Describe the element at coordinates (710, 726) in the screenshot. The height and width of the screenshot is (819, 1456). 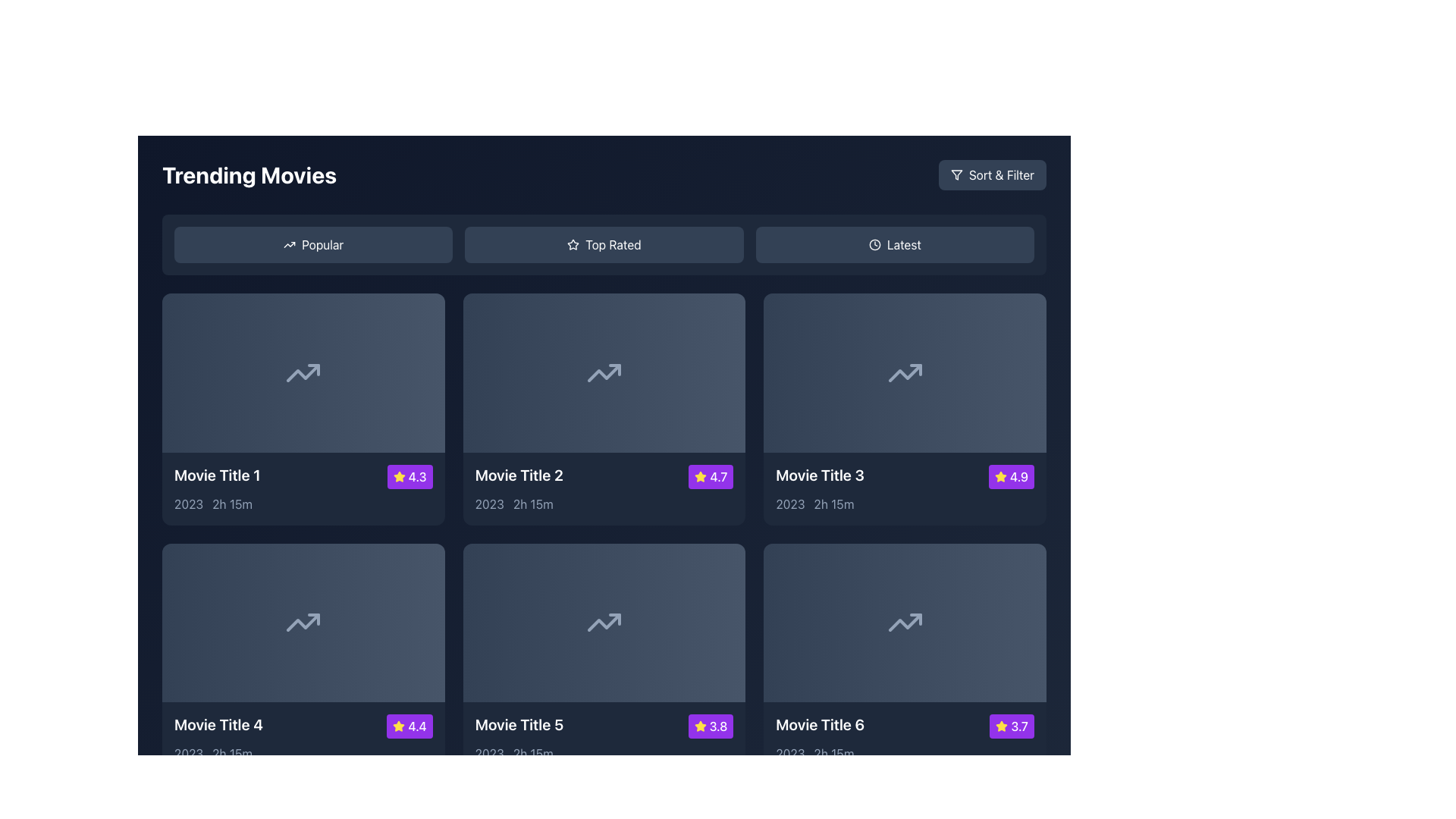
I see `the rating display element, which is a purple rectangular badge containing a yellow star icon and the numerical value '3.8' in white color, located in the bottom-right corner of the card labeled 'Movie Title 5'` at that location.